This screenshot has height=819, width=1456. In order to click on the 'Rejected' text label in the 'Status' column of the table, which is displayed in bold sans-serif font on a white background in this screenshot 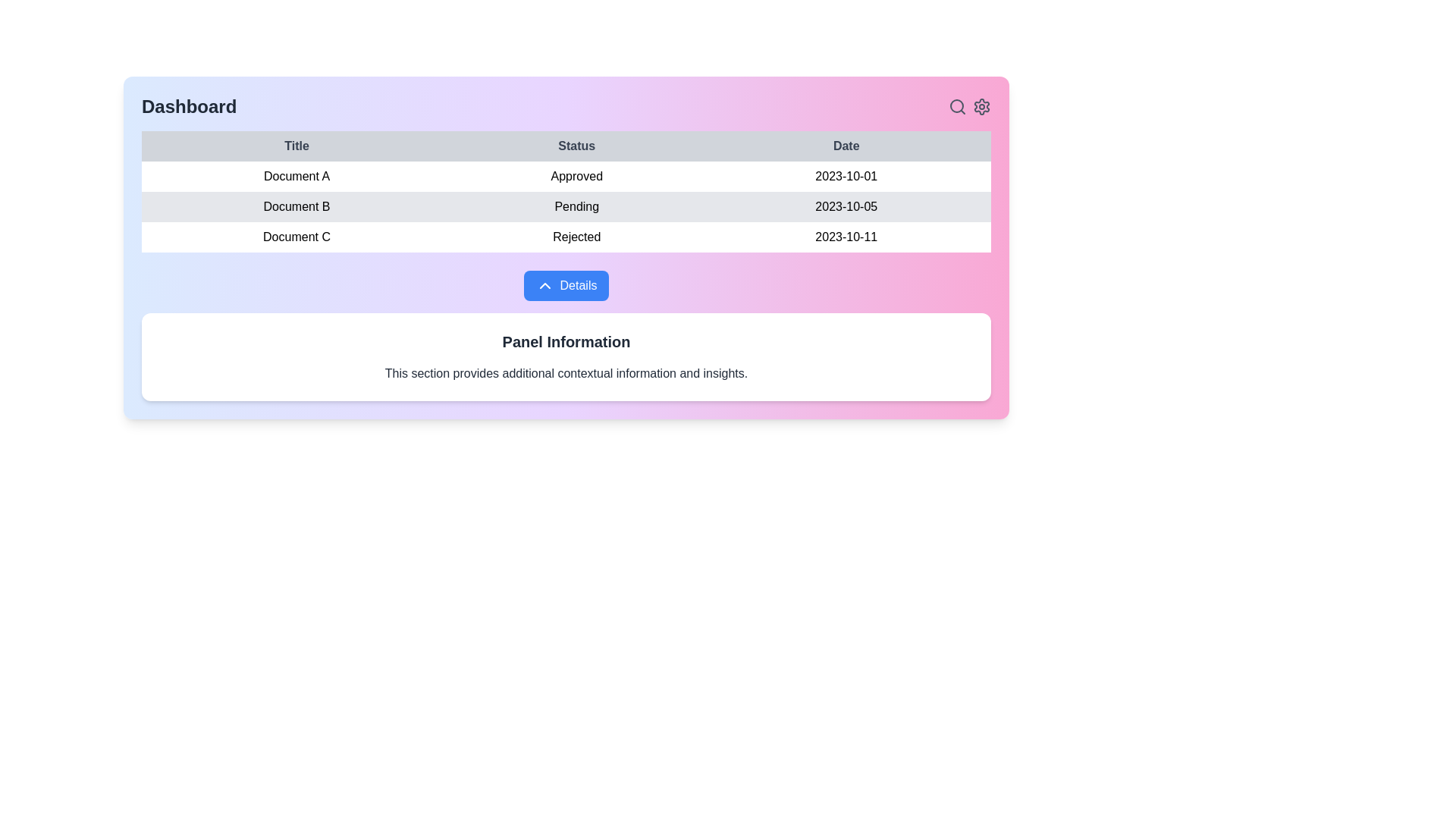, I will do `click(576, 237)`.